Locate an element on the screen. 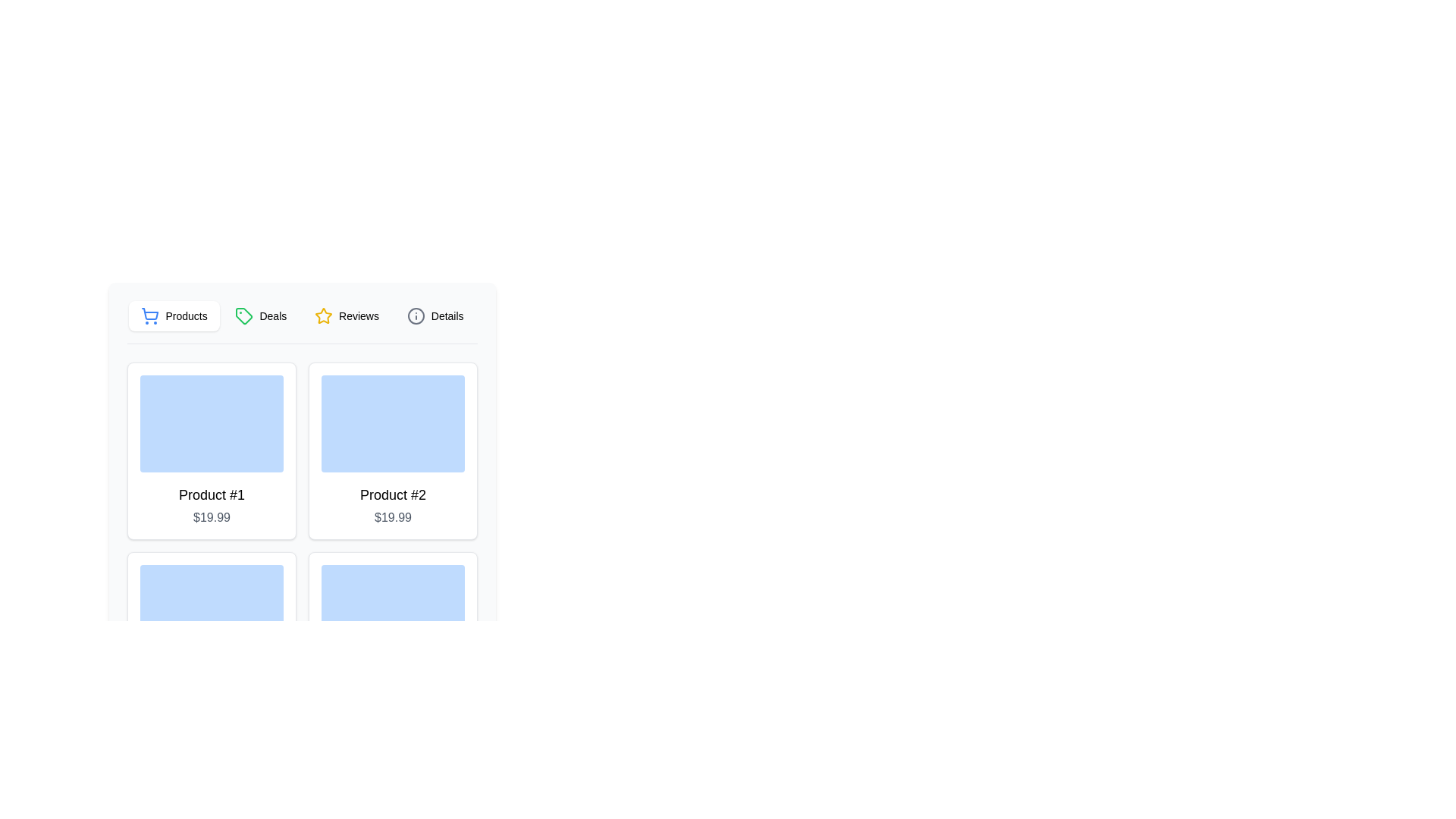  the product card located at the top-left corner of the grid is located at coordinates (211, 450).